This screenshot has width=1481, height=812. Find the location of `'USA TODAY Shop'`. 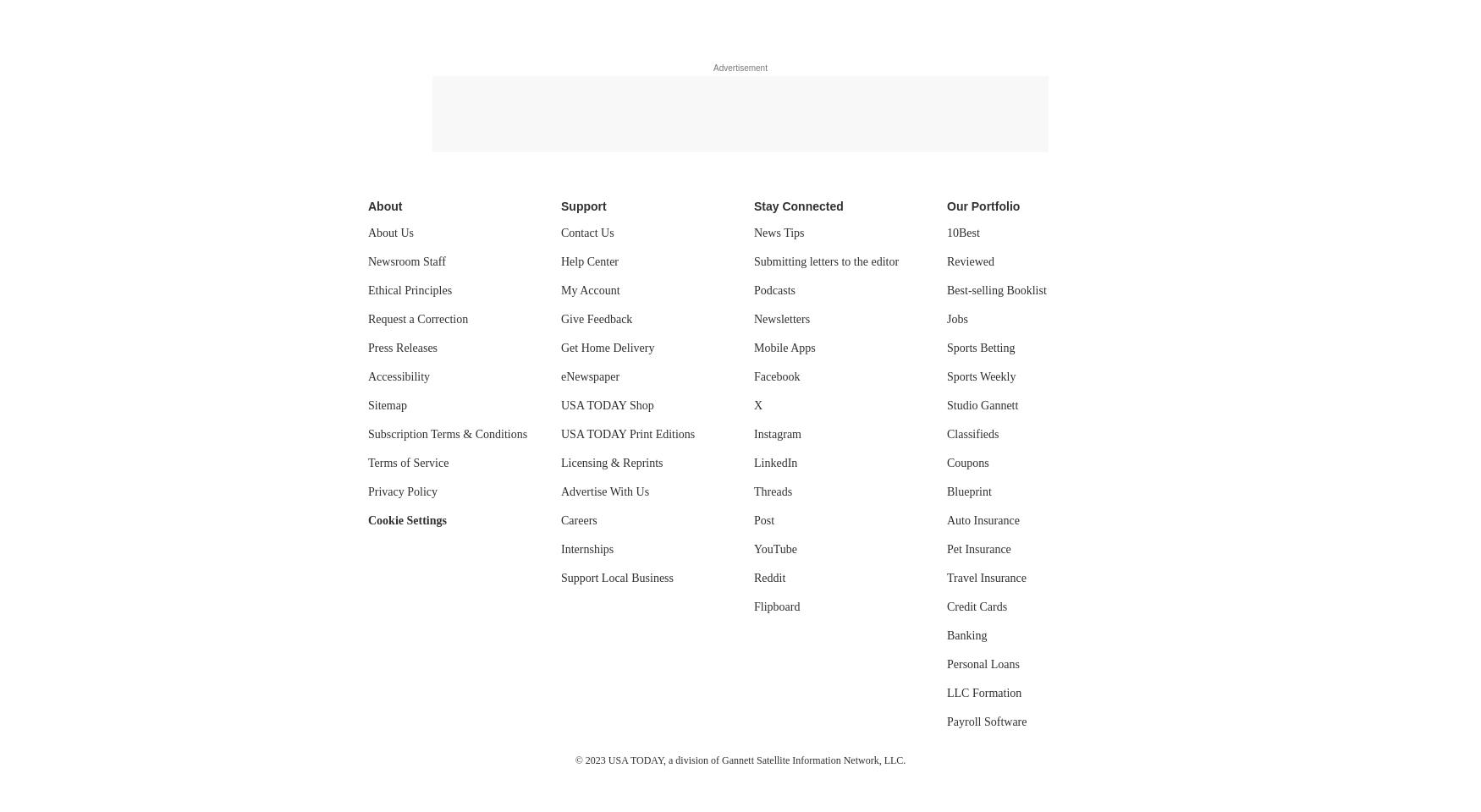

'USA TODAY Shop' is located at coordinates (607, 405).